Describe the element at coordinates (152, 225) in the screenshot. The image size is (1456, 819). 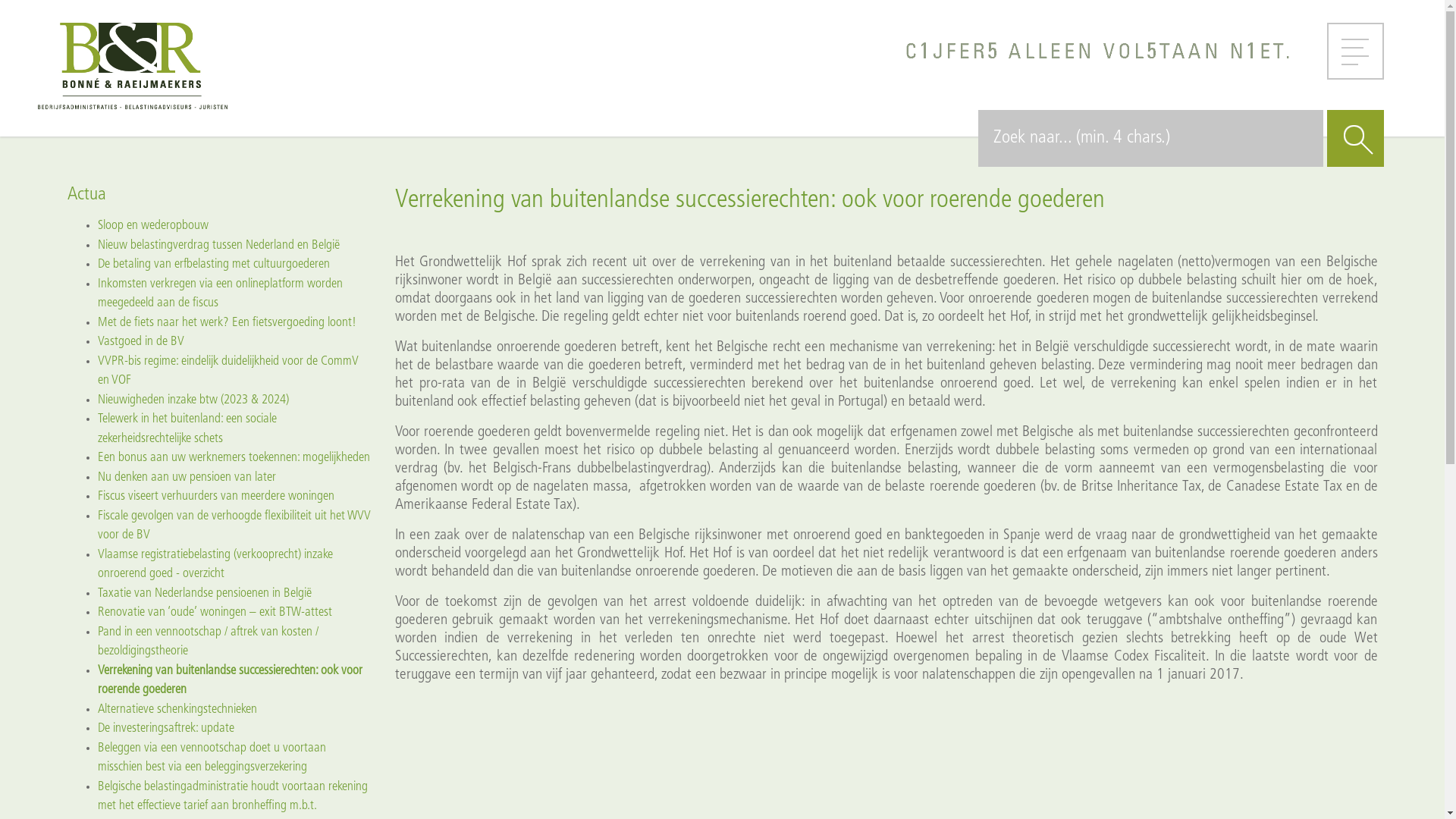
I see `'Sloop en wederopbouw'` at that location.